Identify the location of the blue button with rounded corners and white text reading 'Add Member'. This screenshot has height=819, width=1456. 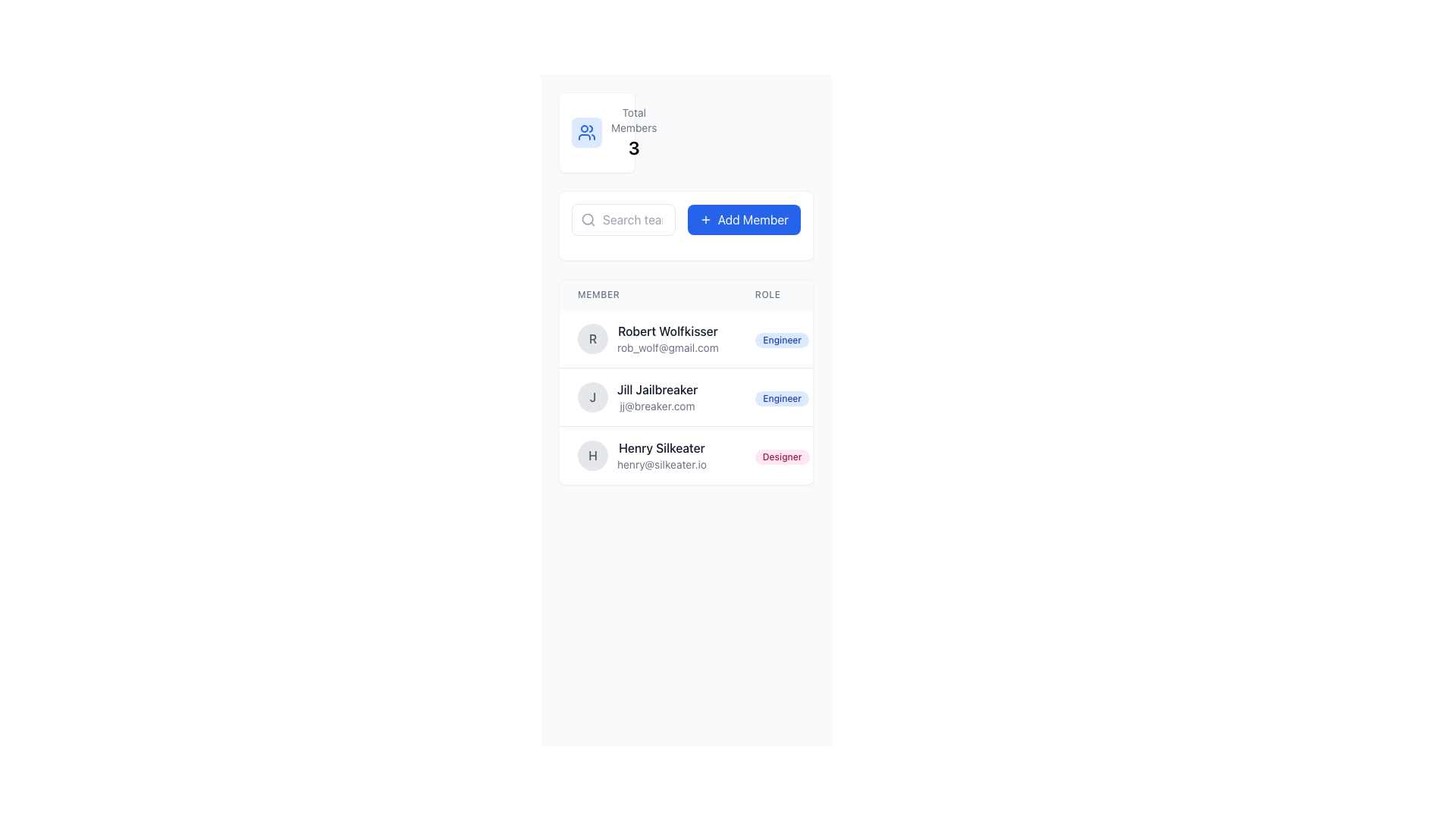
(686, 225).